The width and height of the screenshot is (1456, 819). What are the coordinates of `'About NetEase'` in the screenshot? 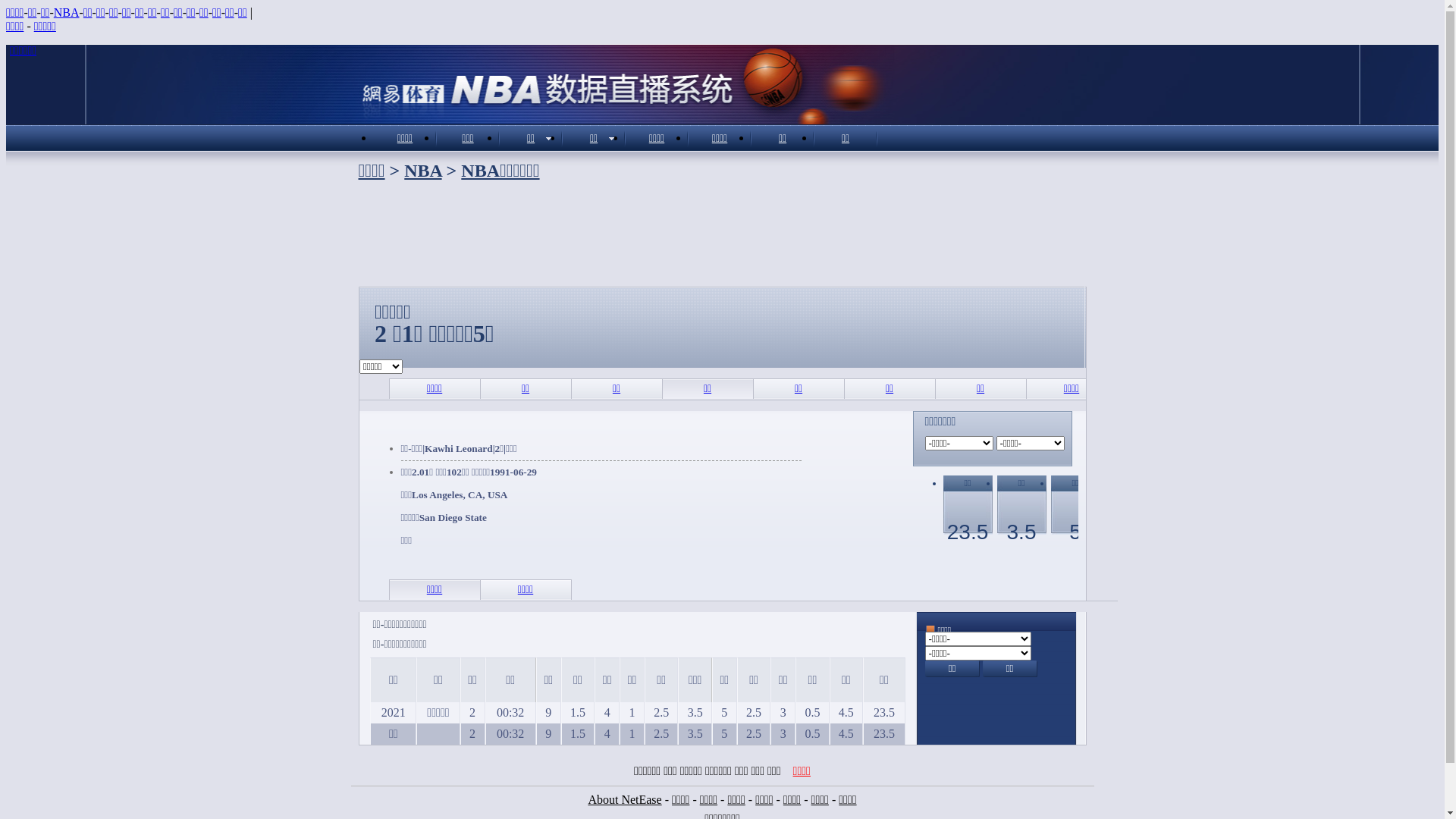 It's located at (624, 799).